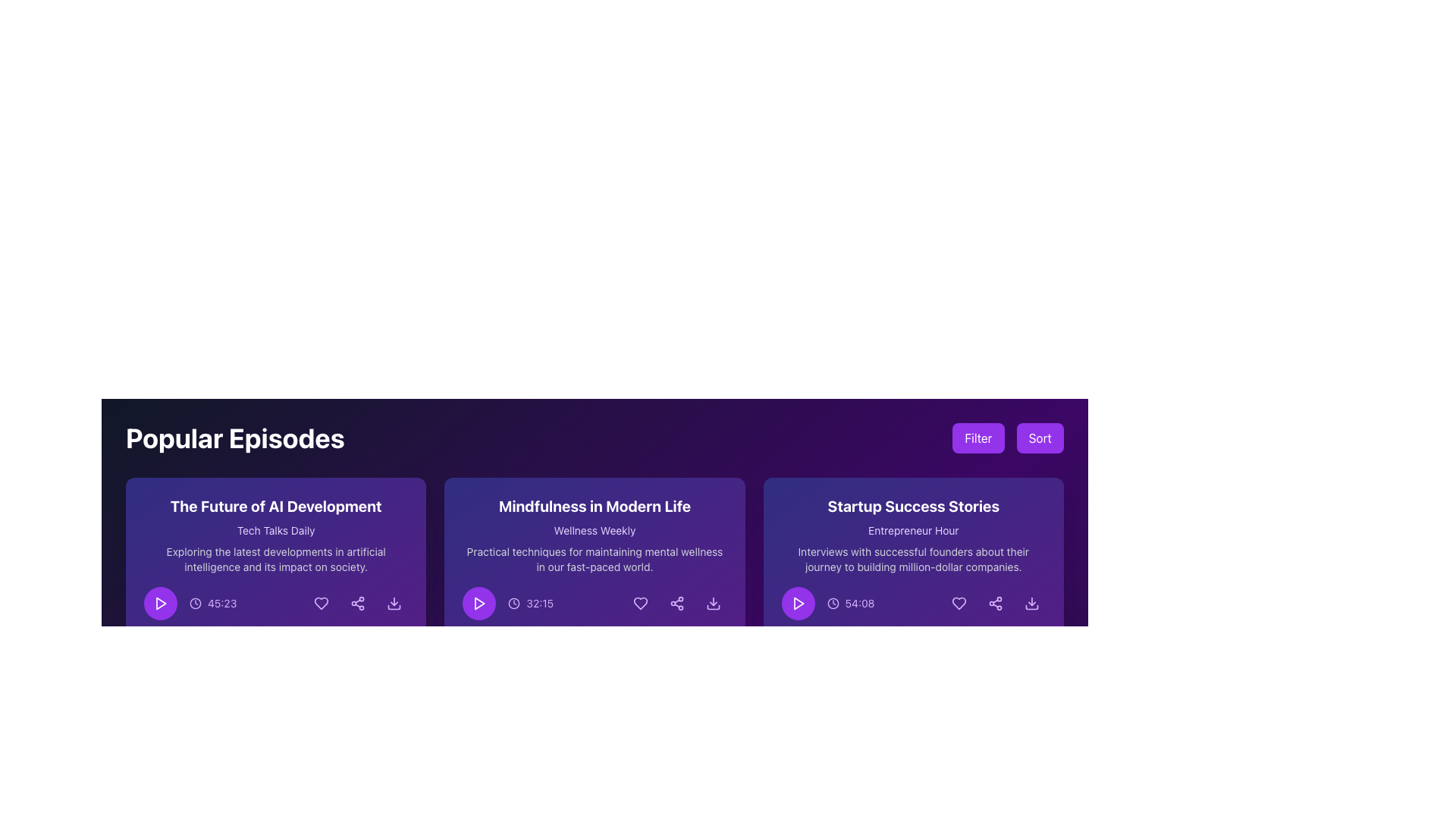 Image resolution: width=1456 pixels, height=819 pixels. What do you see at coordinates (508, 602) in the screenshot?
I see `the circular clock icon next to the duration label '32:15' under the 'Mindfulness in Modern Life' card in the 'Popular Episodes' section for potential additional functionality` at bounding box center [508, 602].